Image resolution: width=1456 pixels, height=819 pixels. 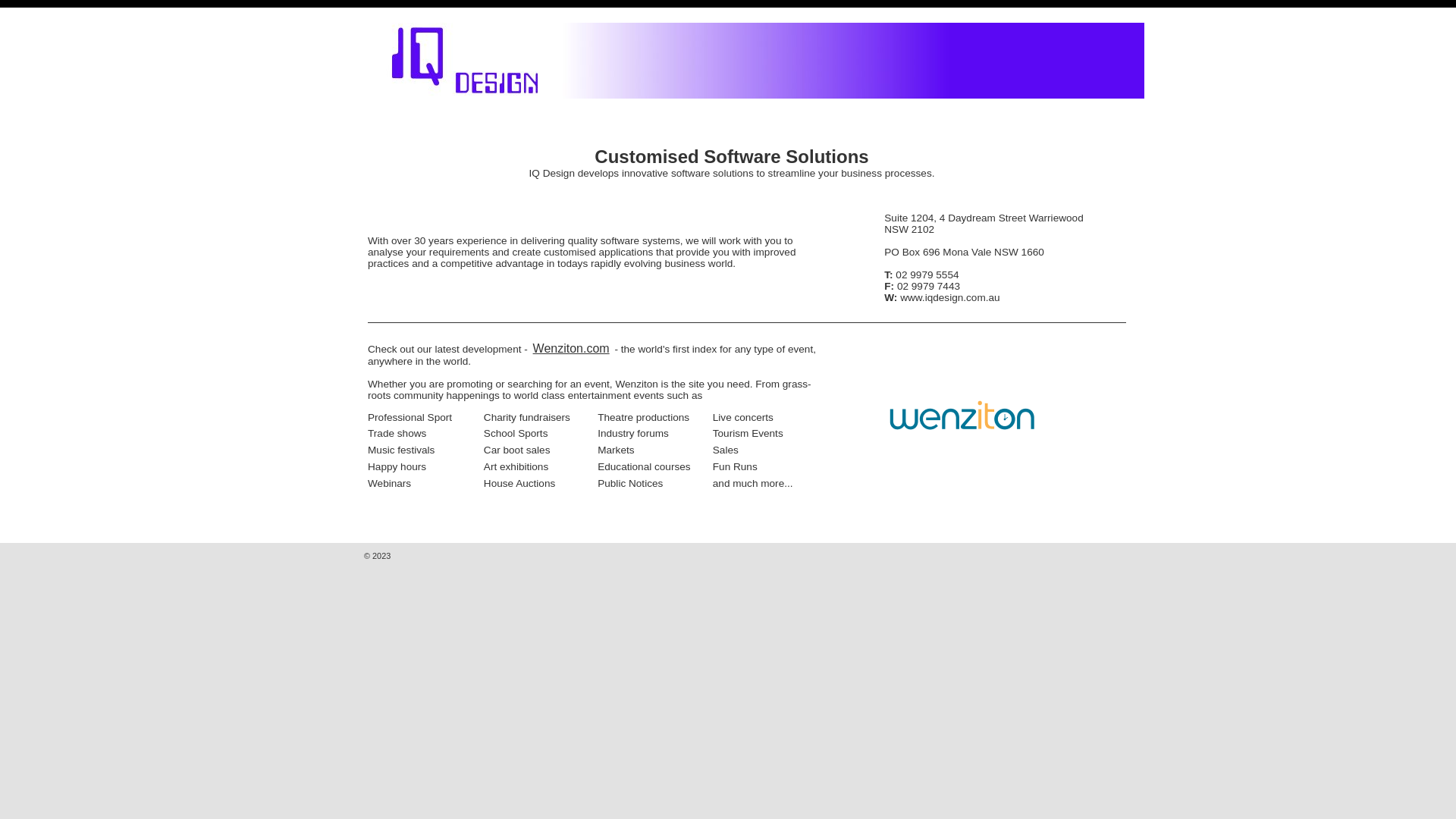 What do you see at coordinates (570, 348) in the screenshot?
I see `'Wenziton.com'` at bounding box center [570, 348].